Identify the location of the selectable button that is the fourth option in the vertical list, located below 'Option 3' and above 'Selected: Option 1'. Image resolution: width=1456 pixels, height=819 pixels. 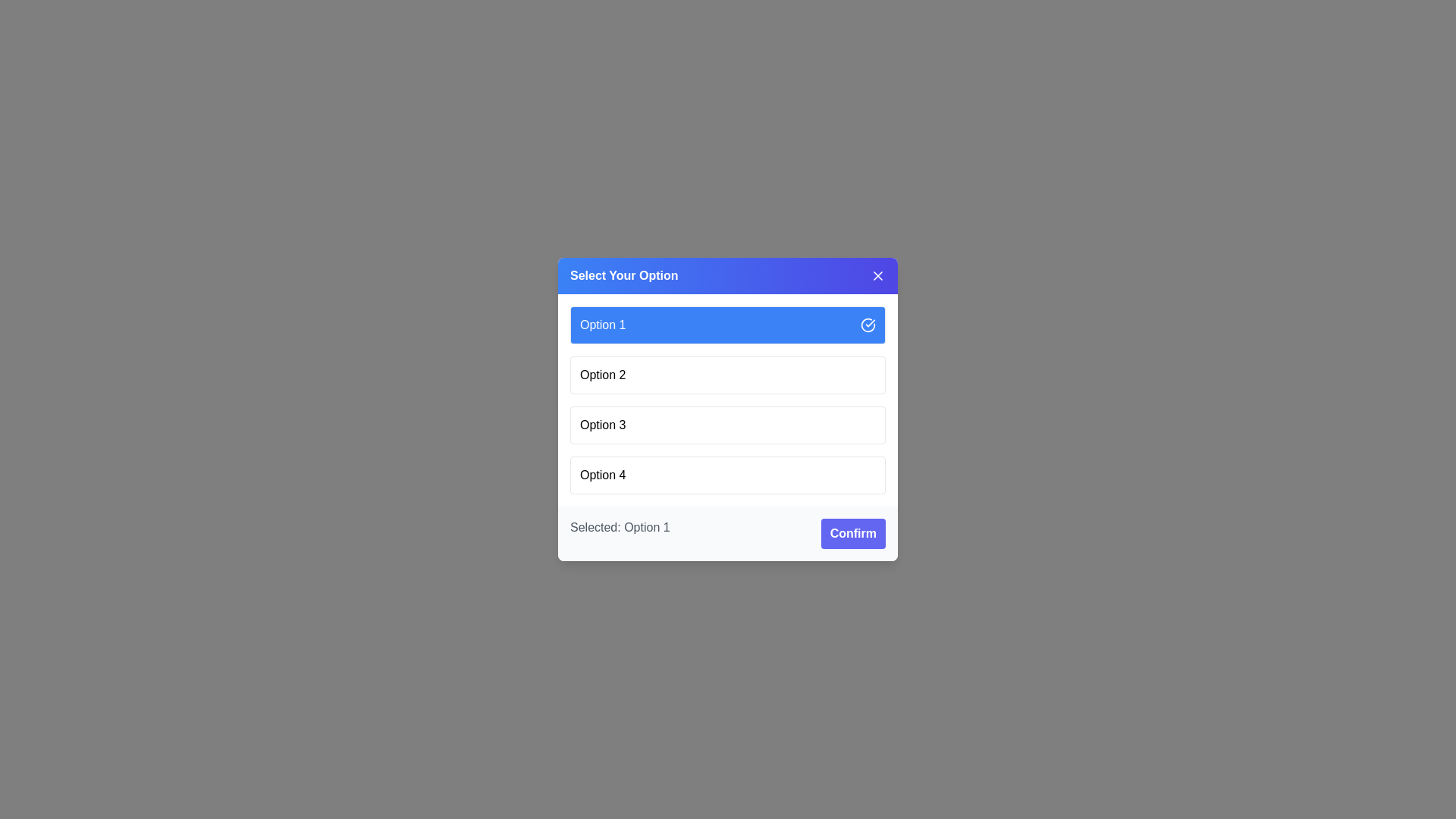
(728, 475).